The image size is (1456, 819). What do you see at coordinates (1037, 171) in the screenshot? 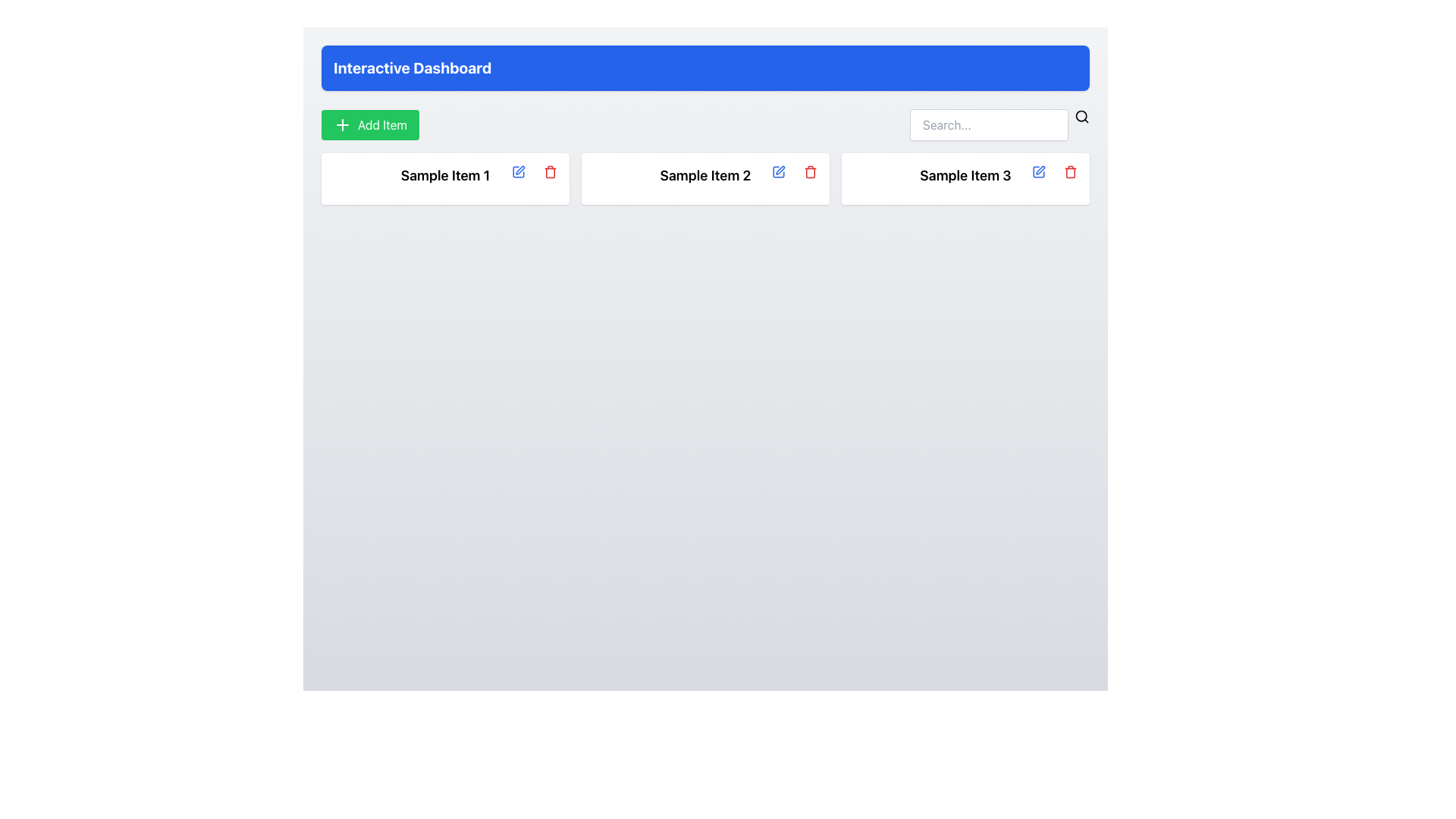
I see `the blue square icon button with a pen glyph located at the right of 'Sample Item 3' card to trigger the dimming hover effect` at bounding box center [1037, 171].